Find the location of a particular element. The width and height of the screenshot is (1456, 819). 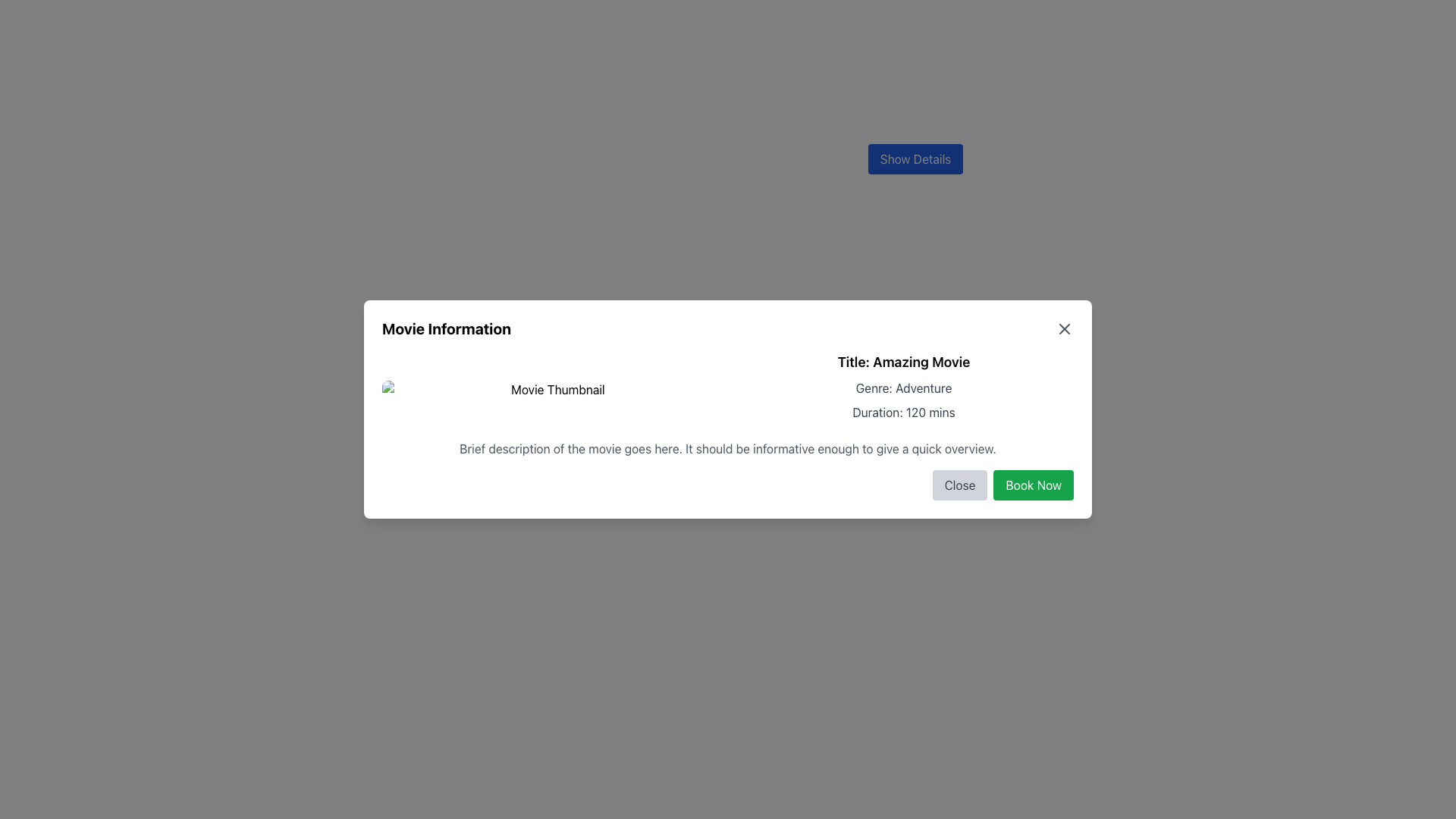

the bold text heading element displaying 'Movie Information' located at the upper-left corner of the movie details panel is located at coordinates (446, 328).